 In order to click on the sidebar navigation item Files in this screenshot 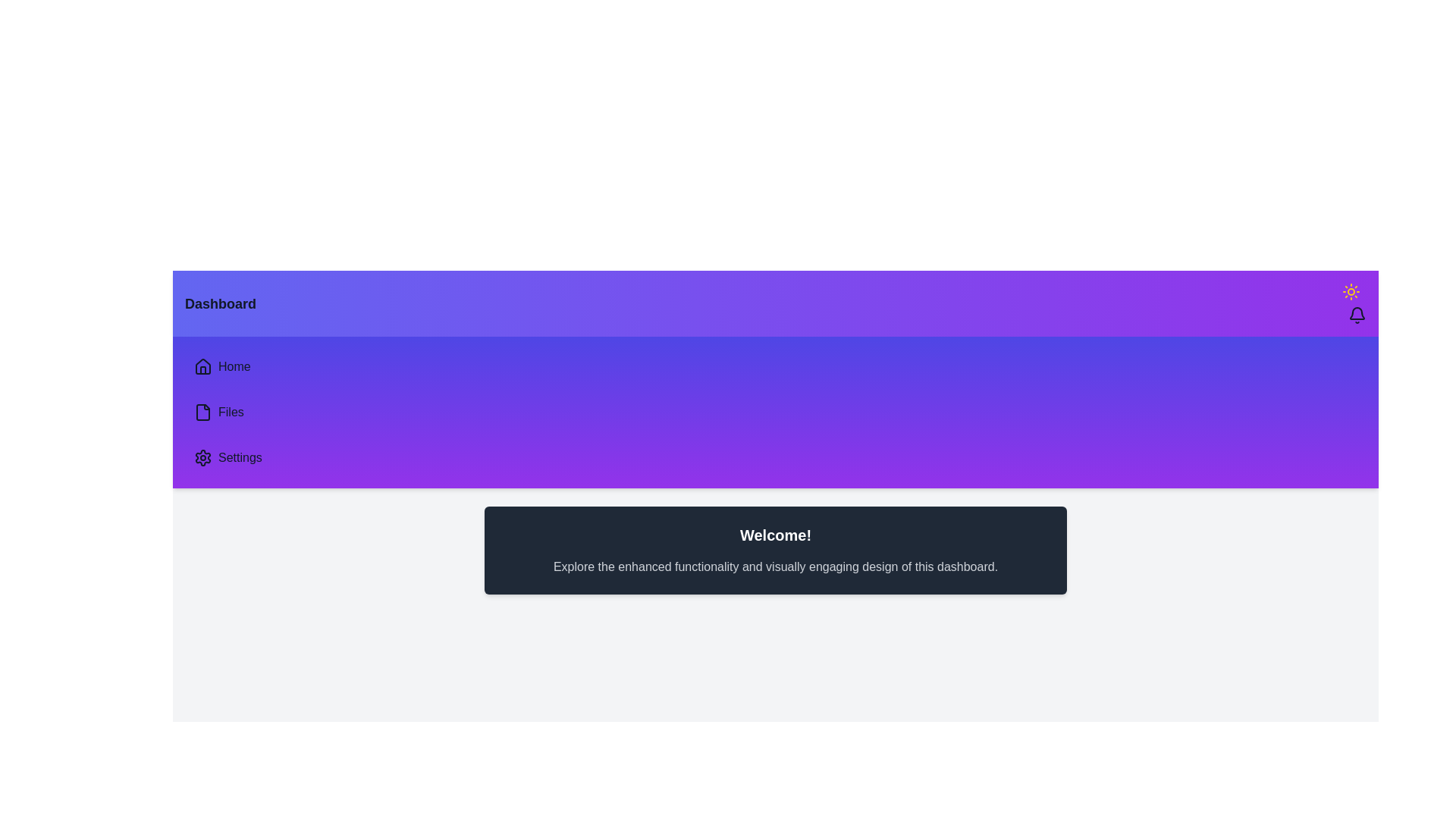, I will do `click(184, 412)`.